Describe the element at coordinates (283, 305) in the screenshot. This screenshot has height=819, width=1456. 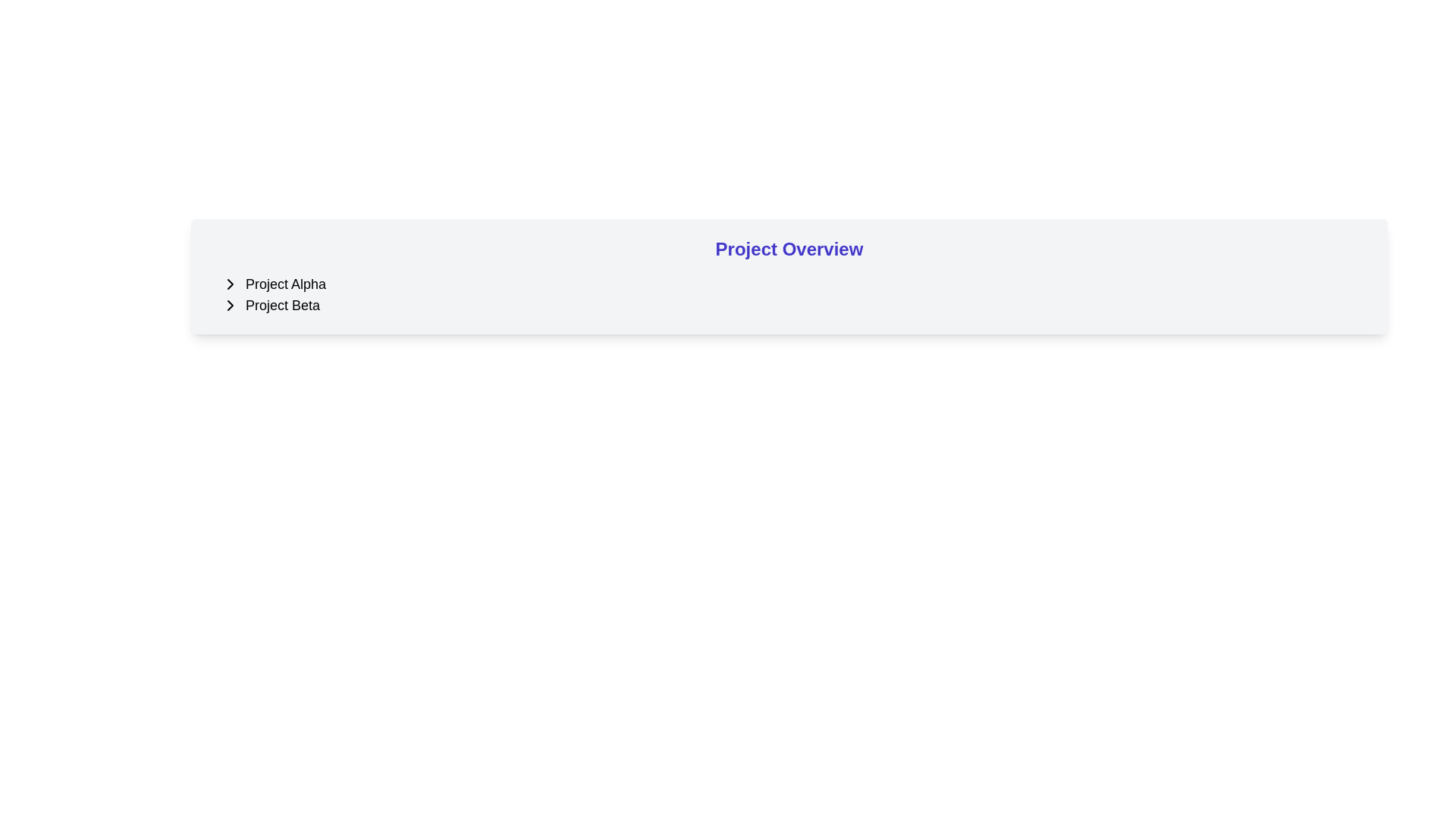
I see `the text label displaying 'Project Beta' which is styled in a moderately large font and aligned with an adjacent arrow indicator` at that location.